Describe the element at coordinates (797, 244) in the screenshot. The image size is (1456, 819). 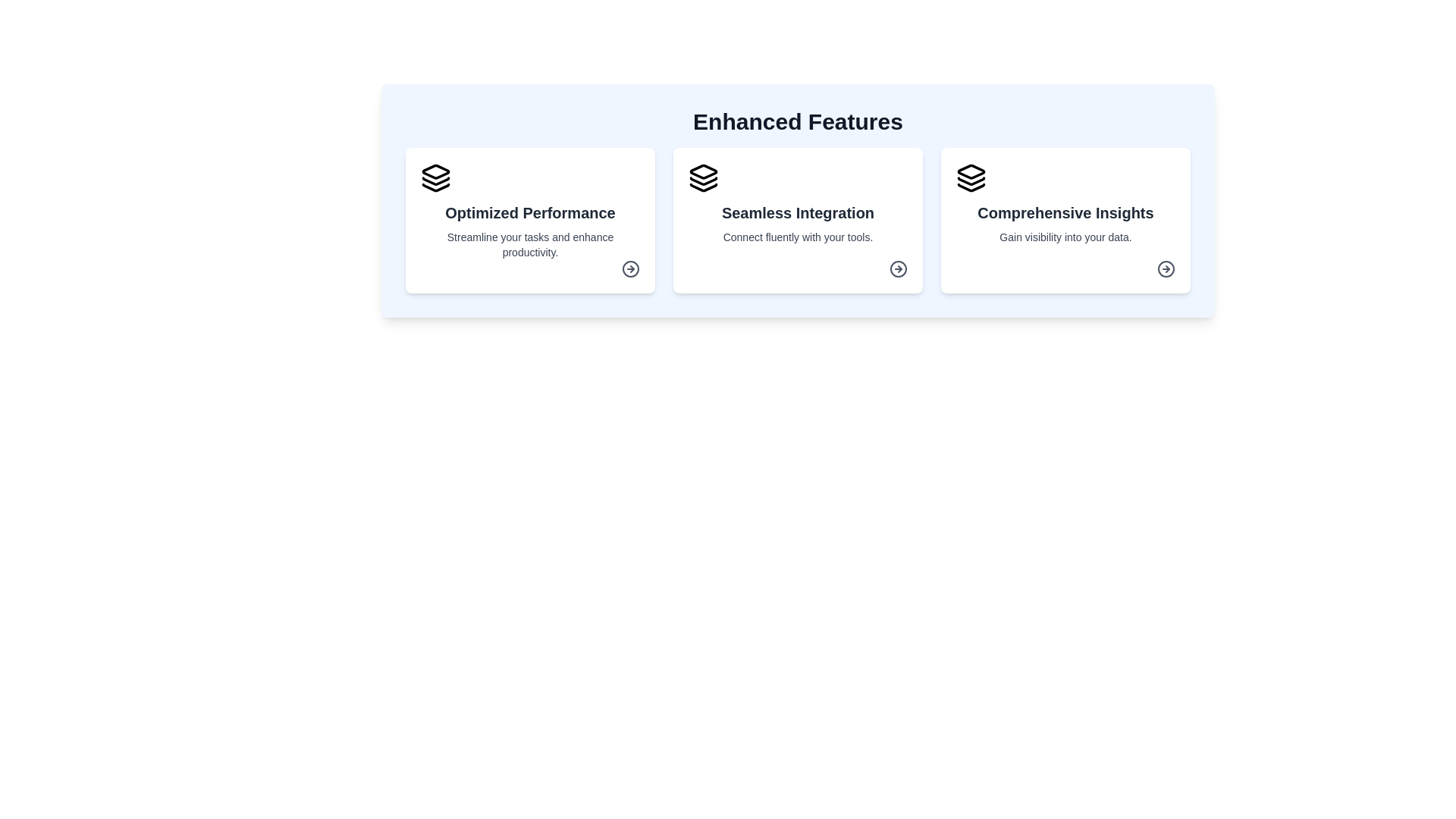
I see `the informational text block that provides details related to the 'Seamless Integration' feature, located below the header text within the second card` at that location.